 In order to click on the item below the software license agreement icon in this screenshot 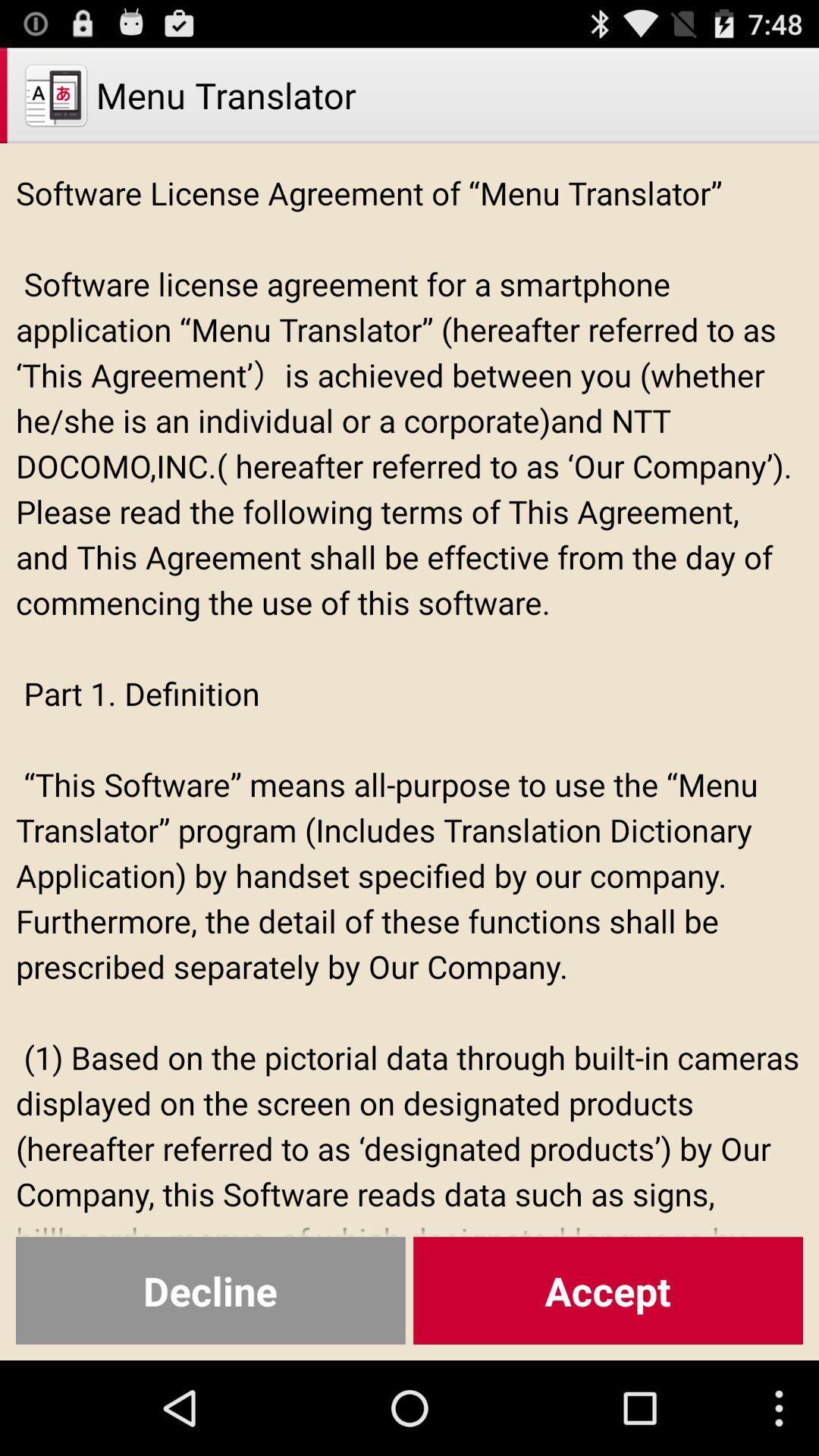, I will do `click(607, 1290)`.